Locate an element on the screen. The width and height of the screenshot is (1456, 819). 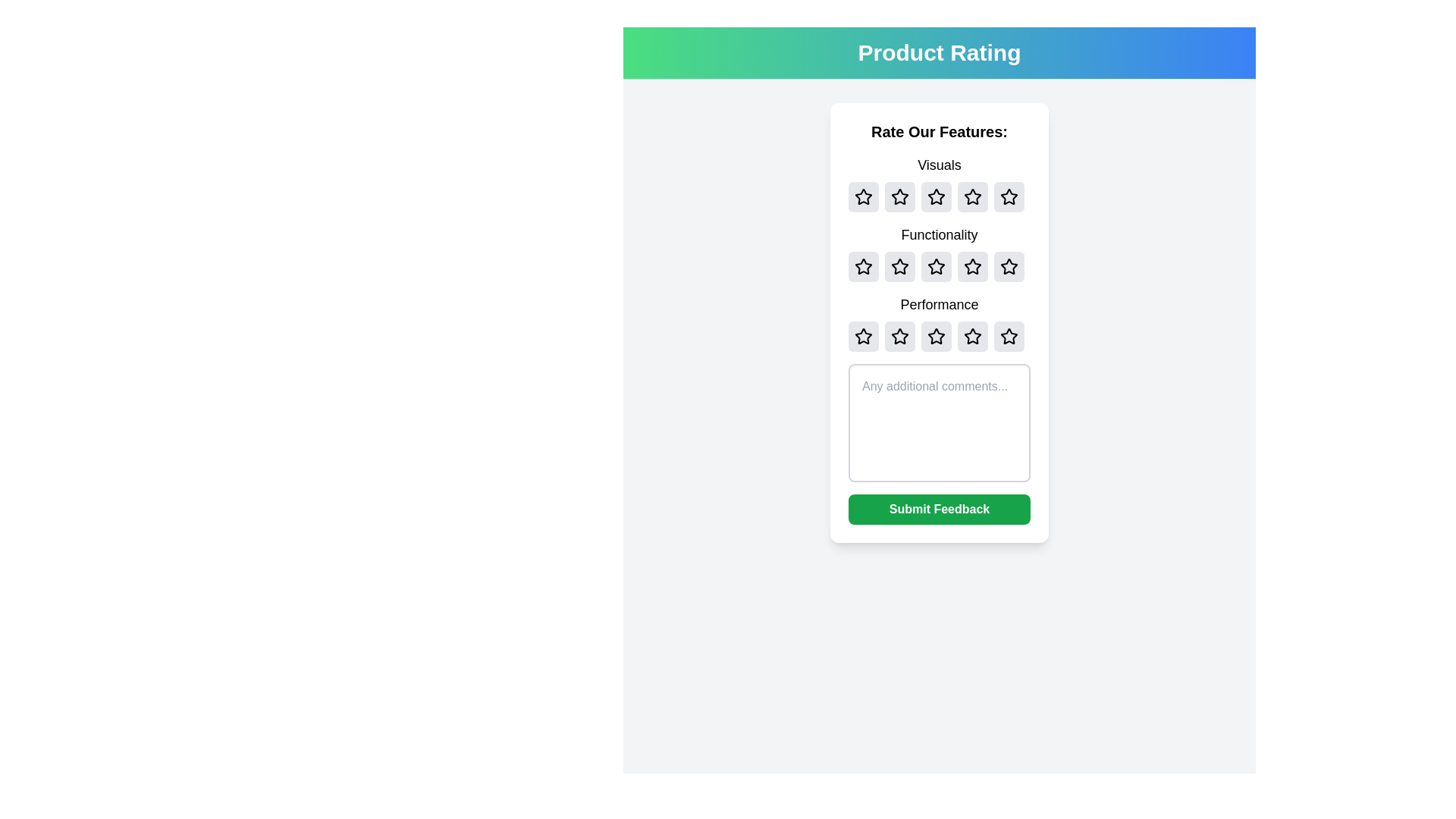
the fourth star-shaped icon in the 'Functionality' category of the rating interface is located at coordinates (1009, 265).